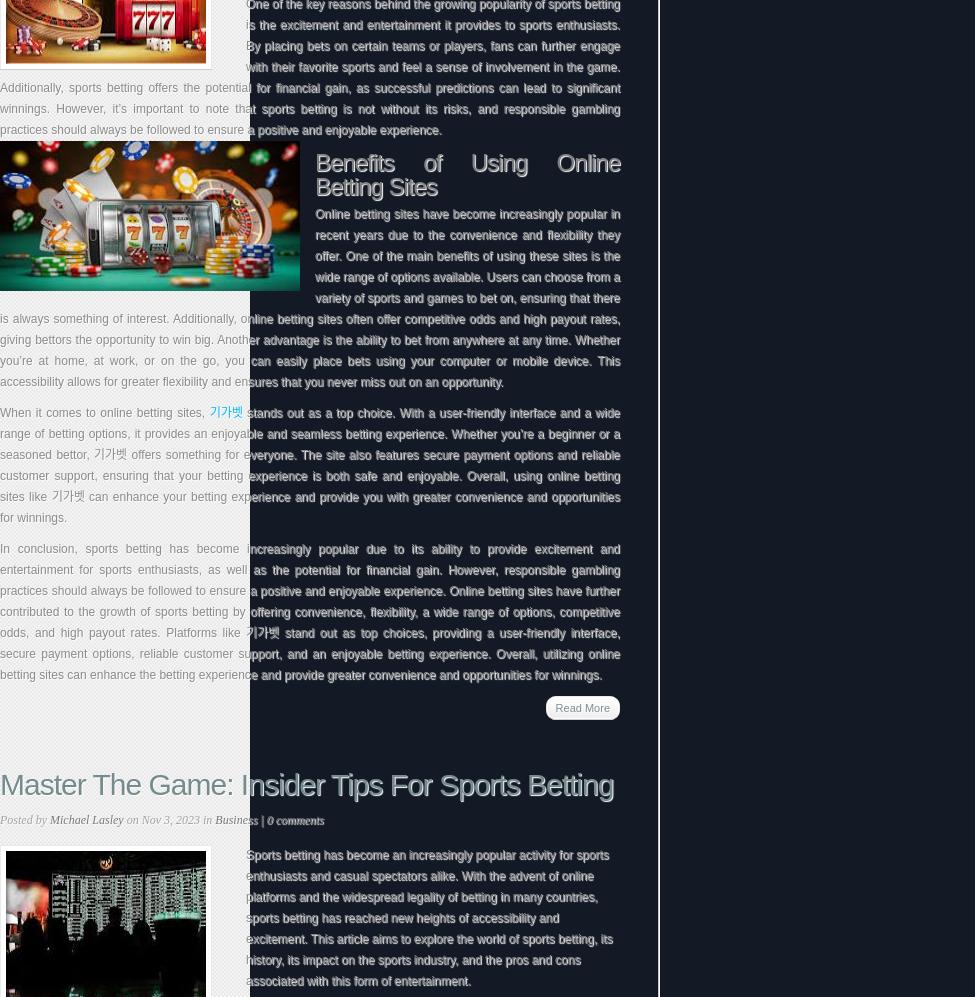 This screenshot has width=975, height=997. What do you see at coordinates (308, 465) in the screenshot?
I see `'stands out as a top choice. With a user-friendly interface and a wide range of betting options, it provides an enjoyable and seamless betting experience. Whether you’re a beginner or a seasoned bettor, 기가벳 offers something for everyone. The site also features secure payment options and reliable customer support, ensuring that your betting experience is both safe and enjoyable. Overall, using online betting sites like 기가벳 can enhance your betting experience and provide you with greater convenience and opportunities for winnings.'` at bounding box center [308, 465].